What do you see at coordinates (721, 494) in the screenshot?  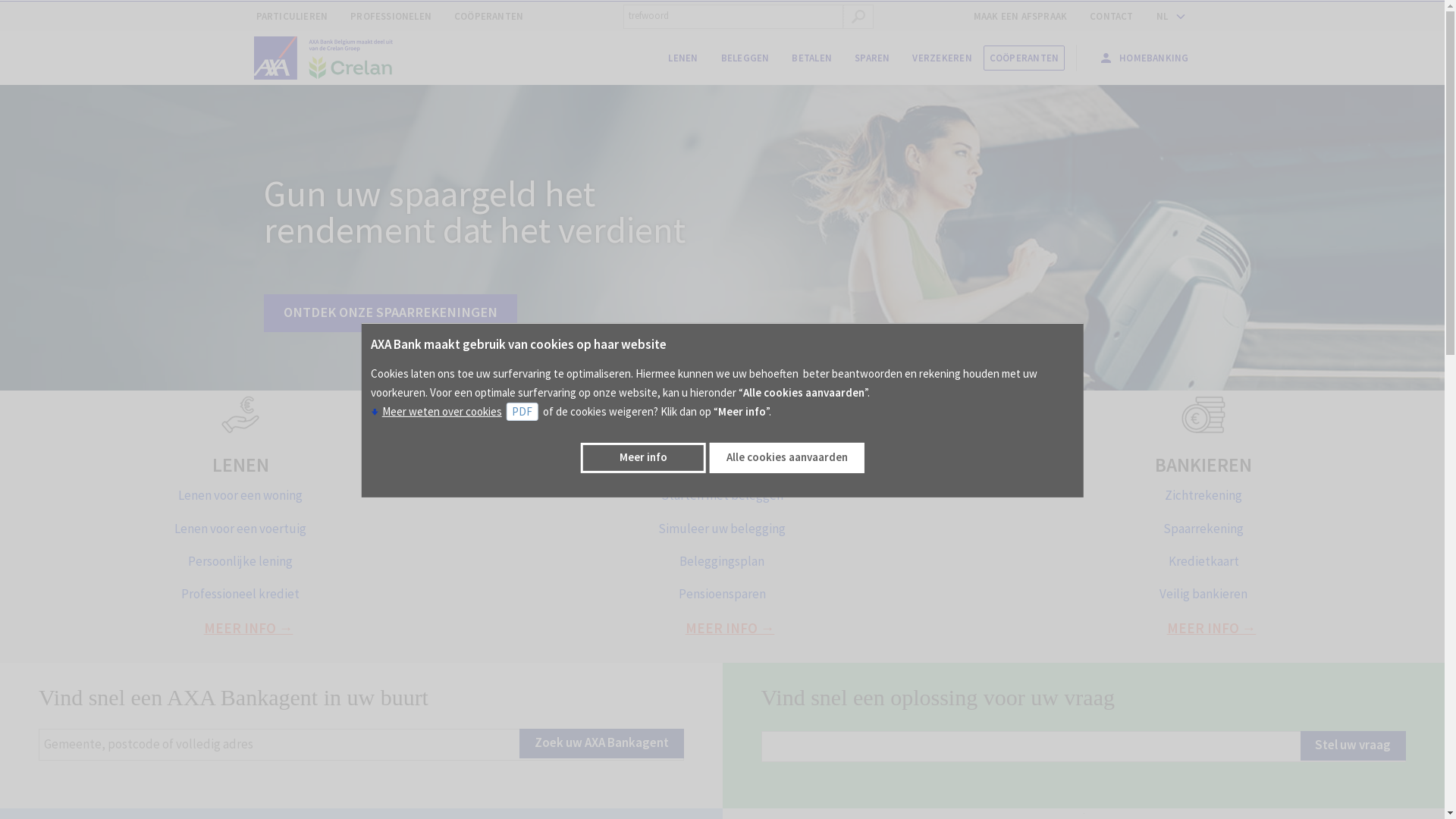 I see `'Starten met beleggen'` at bounding box center [721, 494].